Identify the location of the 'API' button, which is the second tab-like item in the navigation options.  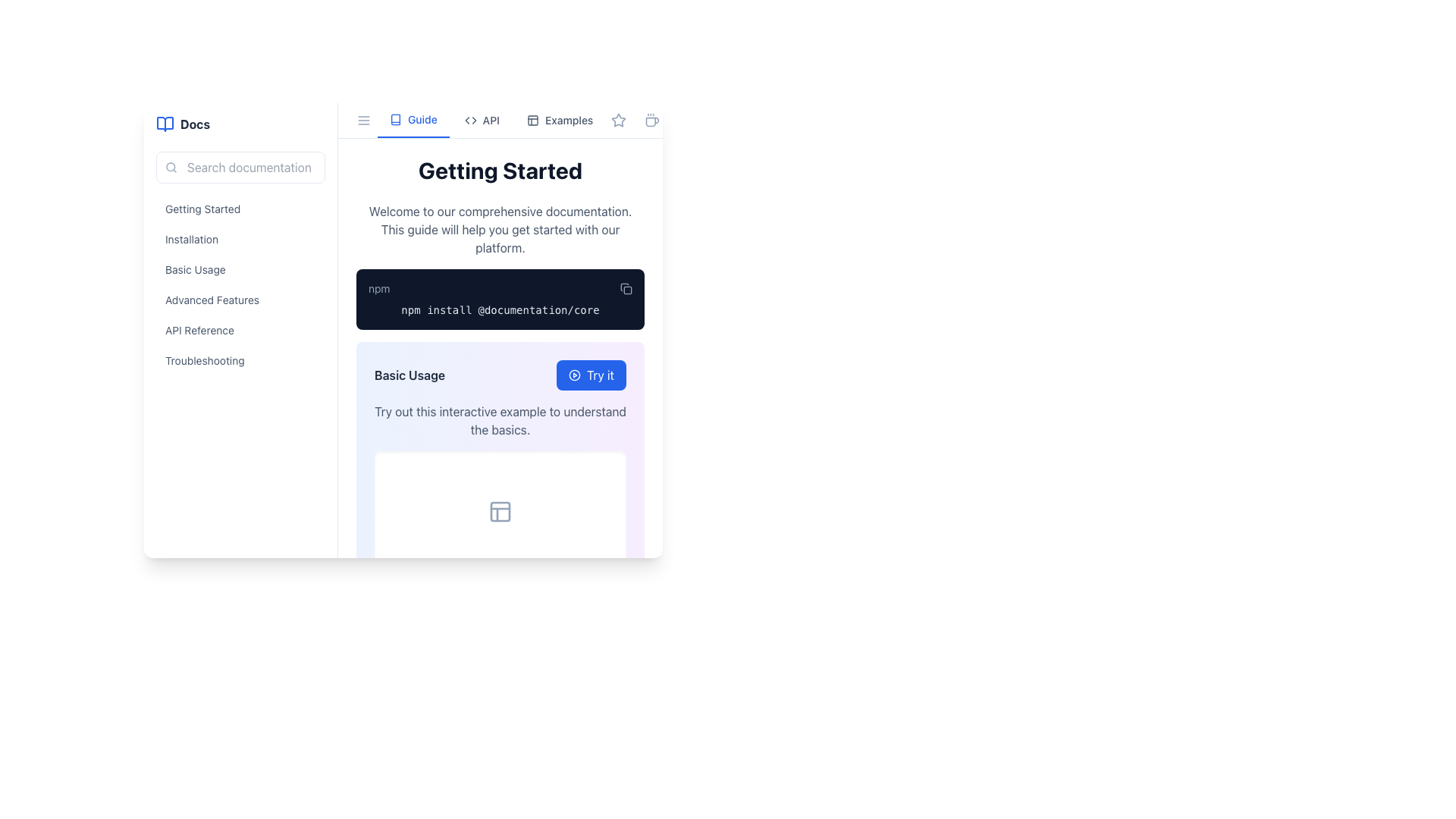
(481, 119).